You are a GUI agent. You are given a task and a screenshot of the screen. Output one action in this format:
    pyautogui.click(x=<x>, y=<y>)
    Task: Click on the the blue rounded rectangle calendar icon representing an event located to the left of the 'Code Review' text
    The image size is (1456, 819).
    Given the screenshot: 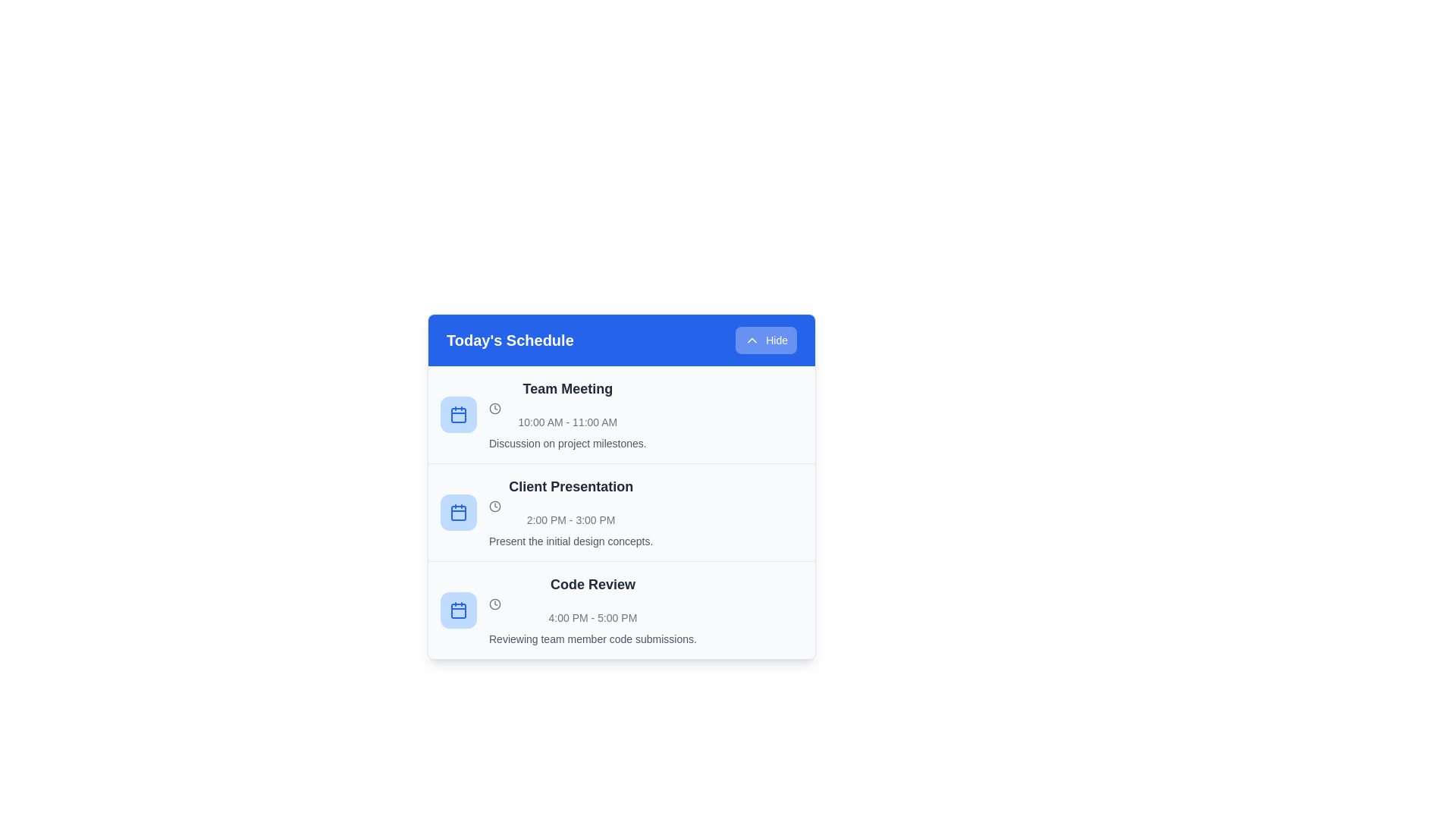 What is the action you would take?
    pyautogui.click(x=457, y=610)
    